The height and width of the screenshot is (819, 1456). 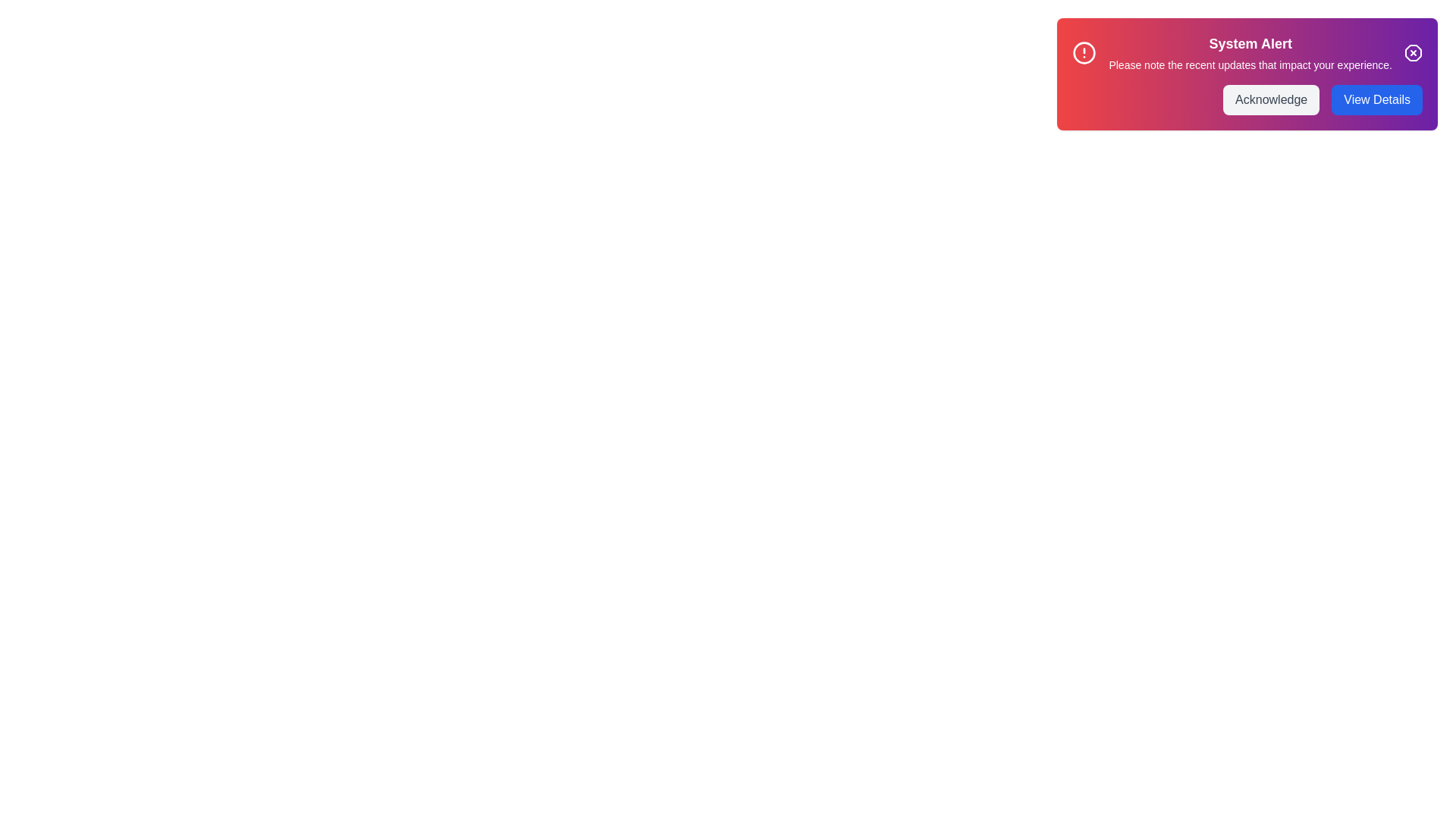 What do you see at coordinates (1412, 52) in the screenshot?
I see `the close button to dismiss the alert` at bounding box center [1412, 52].